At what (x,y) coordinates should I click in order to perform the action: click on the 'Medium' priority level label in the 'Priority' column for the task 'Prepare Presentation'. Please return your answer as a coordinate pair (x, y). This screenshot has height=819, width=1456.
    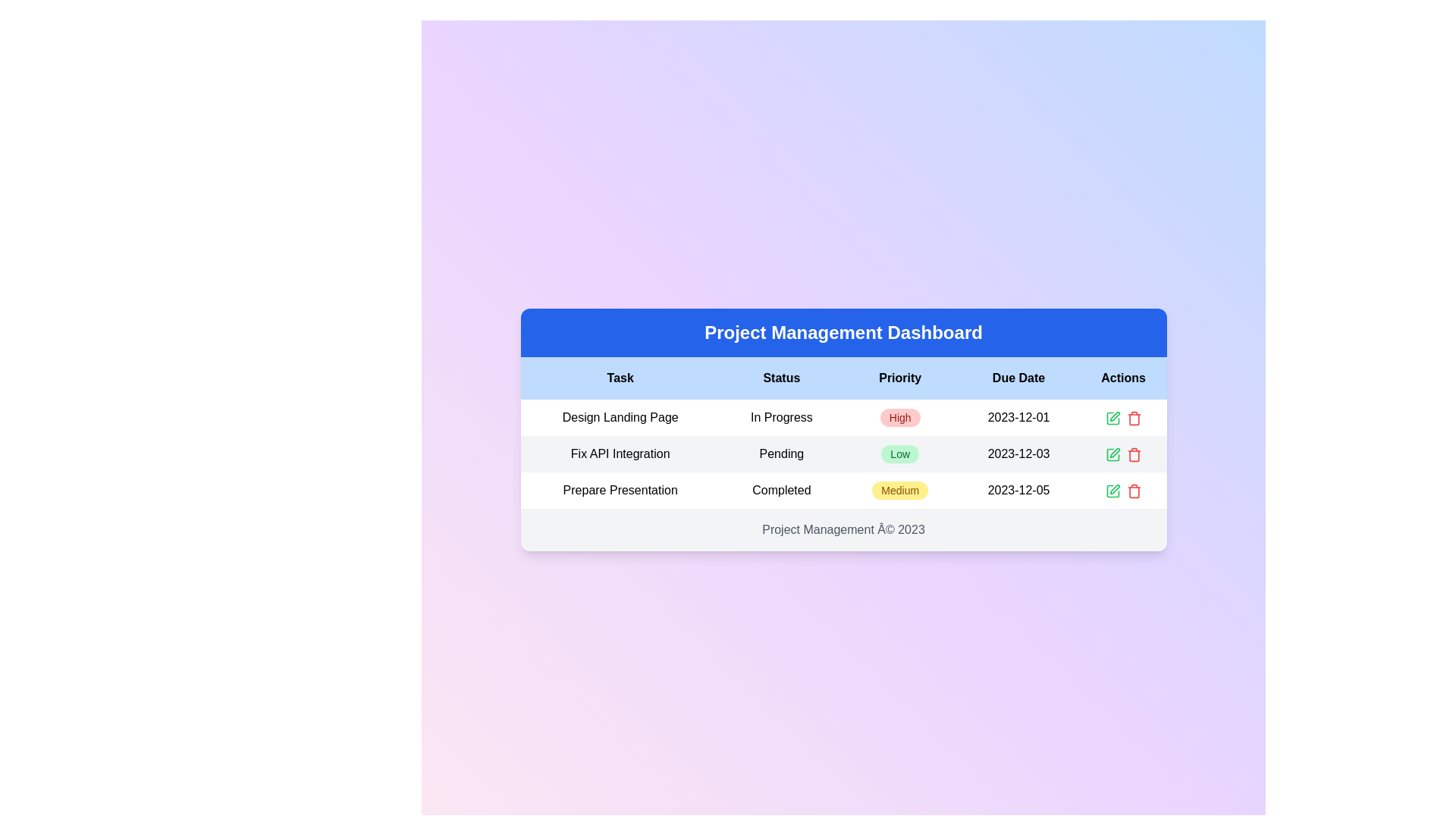
    Looking at the image, I should click on (900, 491).